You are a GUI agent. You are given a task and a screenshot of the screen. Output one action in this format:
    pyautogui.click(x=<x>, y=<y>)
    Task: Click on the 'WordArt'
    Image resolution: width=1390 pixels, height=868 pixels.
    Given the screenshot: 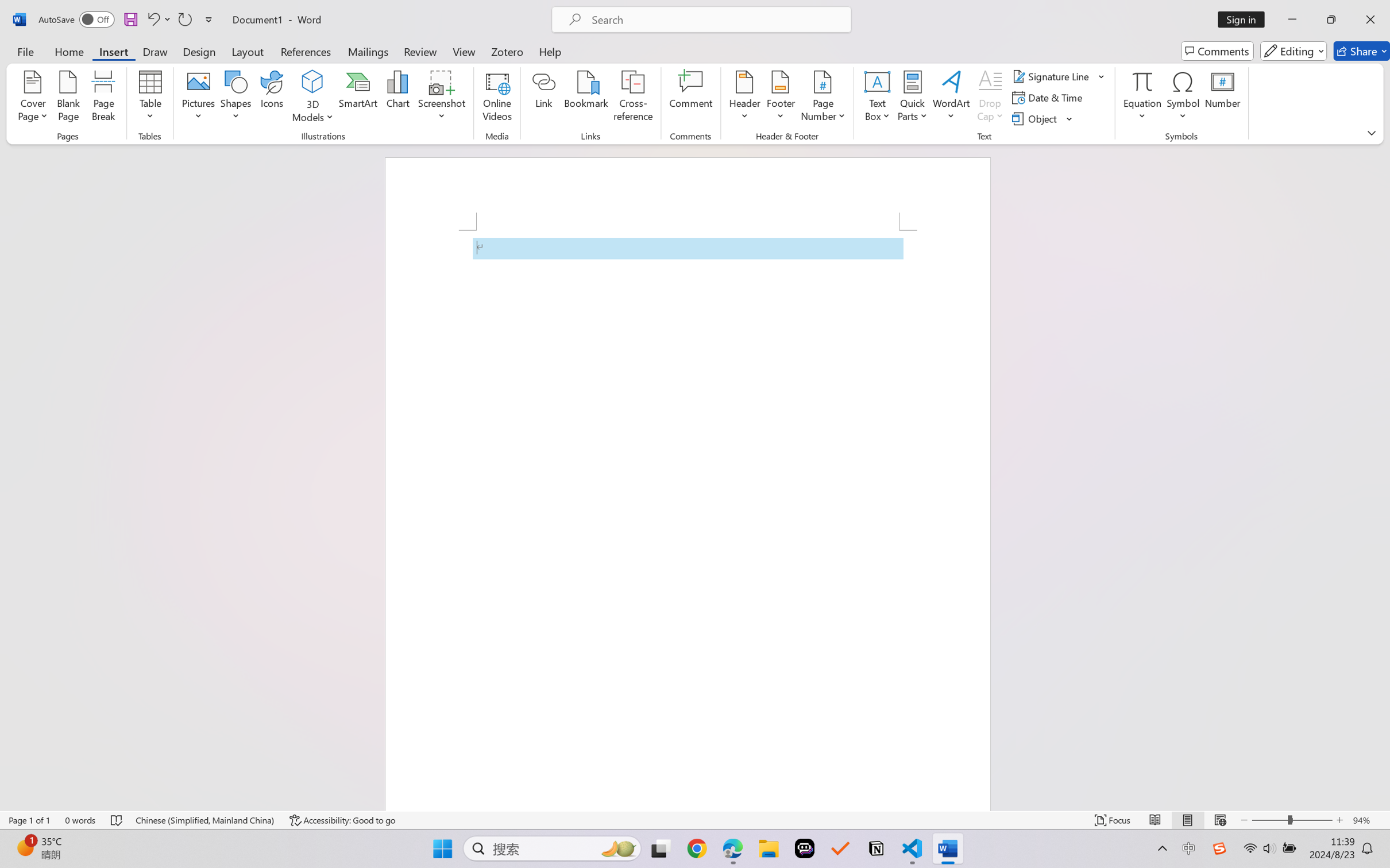 What is the action you would take?
    pyautogui.click(x=951, y=98)
    